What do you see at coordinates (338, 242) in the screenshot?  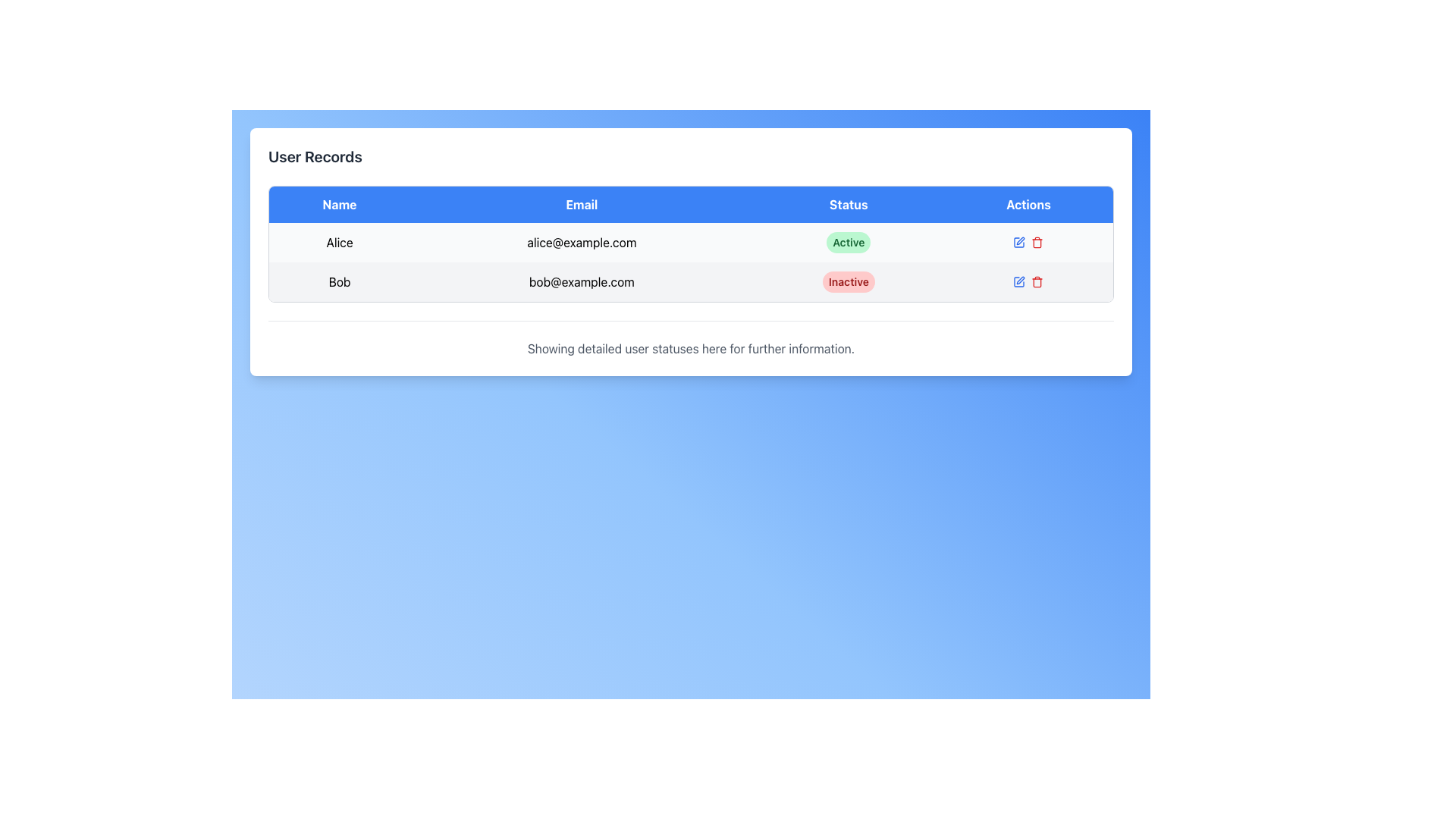 I see `the text label displaying 'Alice' in black font against a white background, located in the first column under the 'Name' header in the table` at bounding box center [338, 242].